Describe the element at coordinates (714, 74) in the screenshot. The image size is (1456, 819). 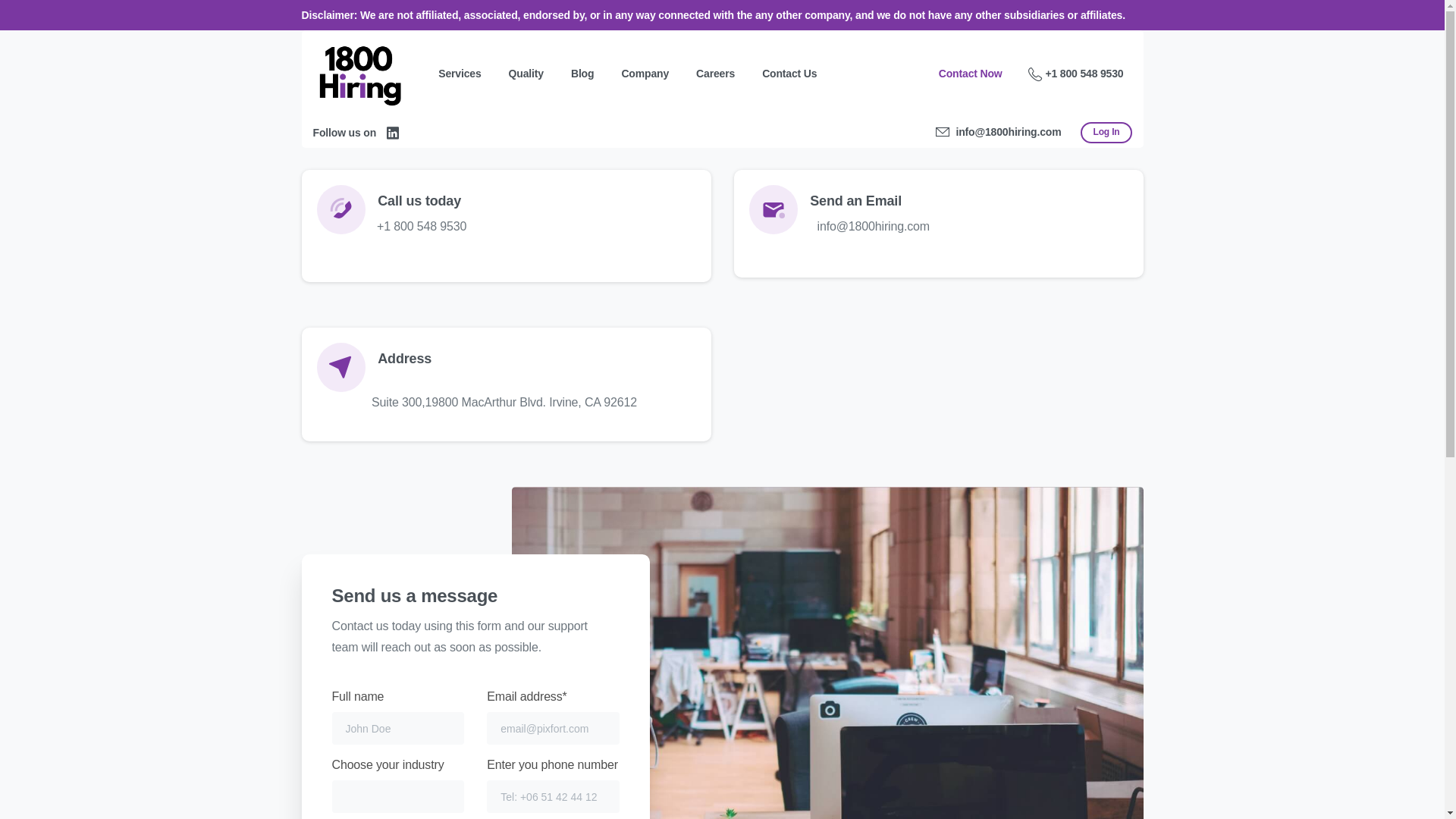
I see `'Careers'` at that location.